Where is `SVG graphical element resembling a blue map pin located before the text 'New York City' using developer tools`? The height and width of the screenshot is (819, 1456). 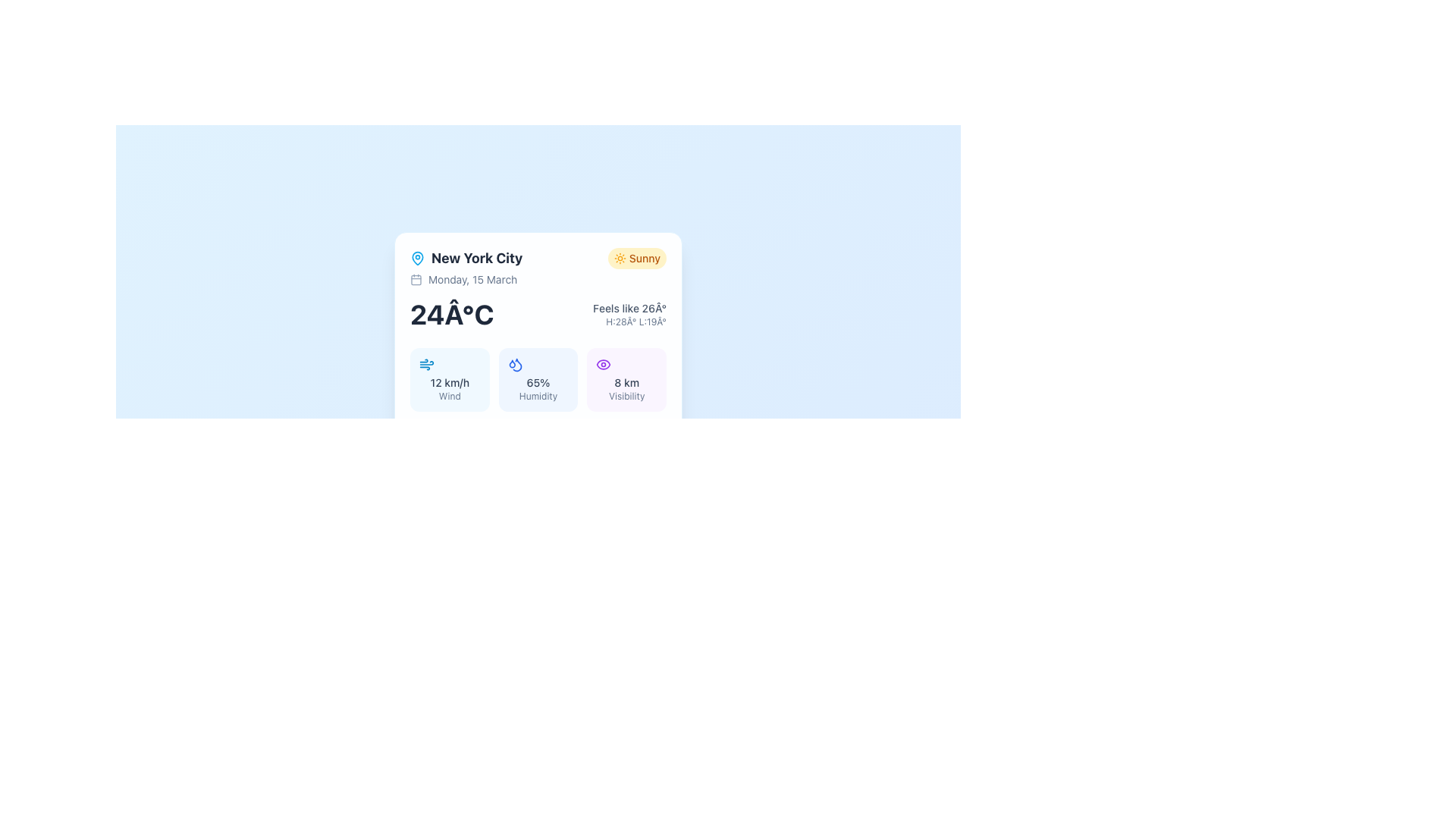 SVG graphical element resembling a blue map pin located before the text 'New York City' using developer tools is located at coordinates (418, 256).